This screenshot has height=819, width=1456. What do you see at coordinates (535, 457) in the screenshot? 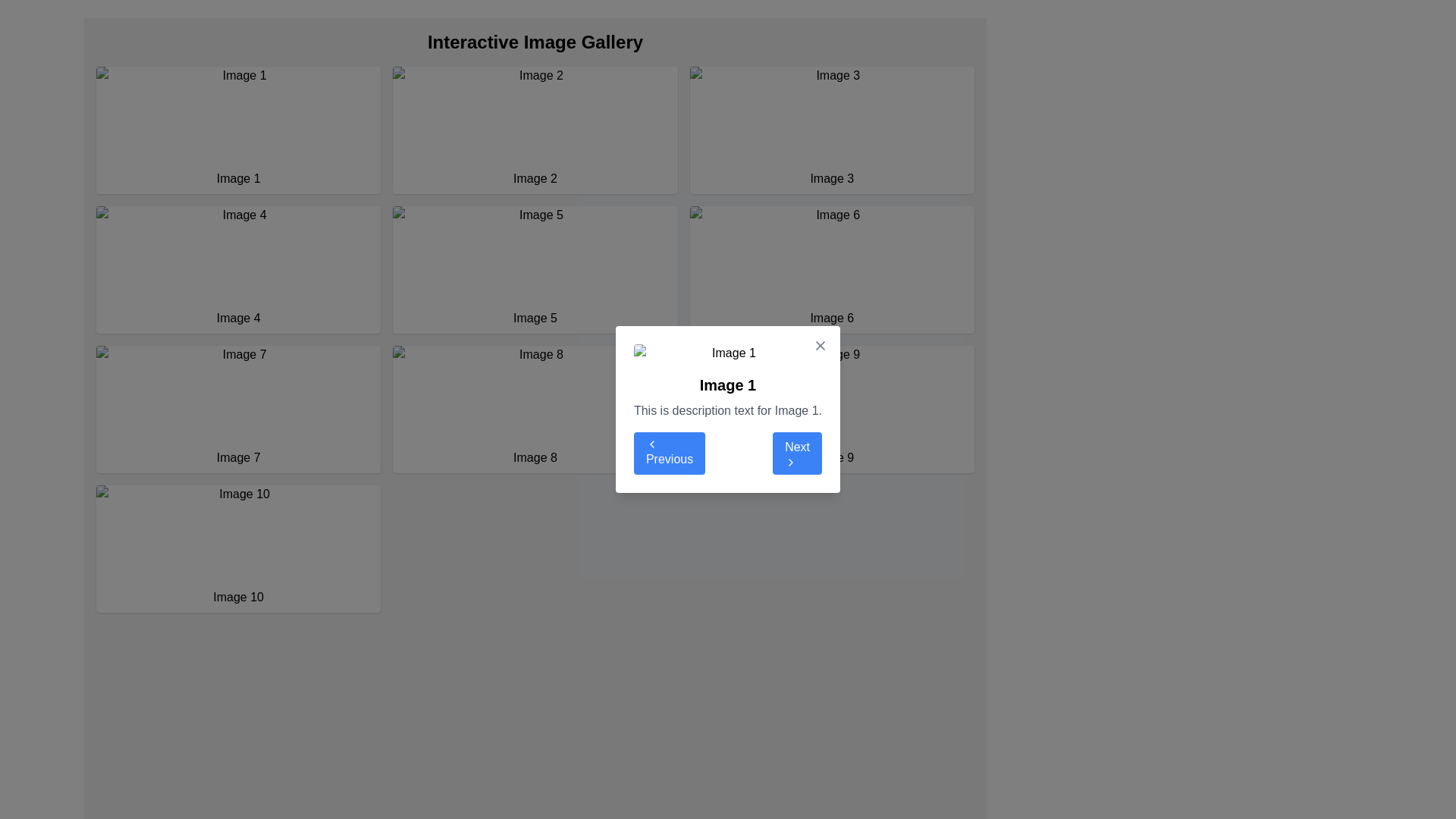
I see `the Label or Static Text that identifies the image above it as 'Image 8', located in the 3rd row and 2nd column of the grid layout` at bounding box center [535, 457].